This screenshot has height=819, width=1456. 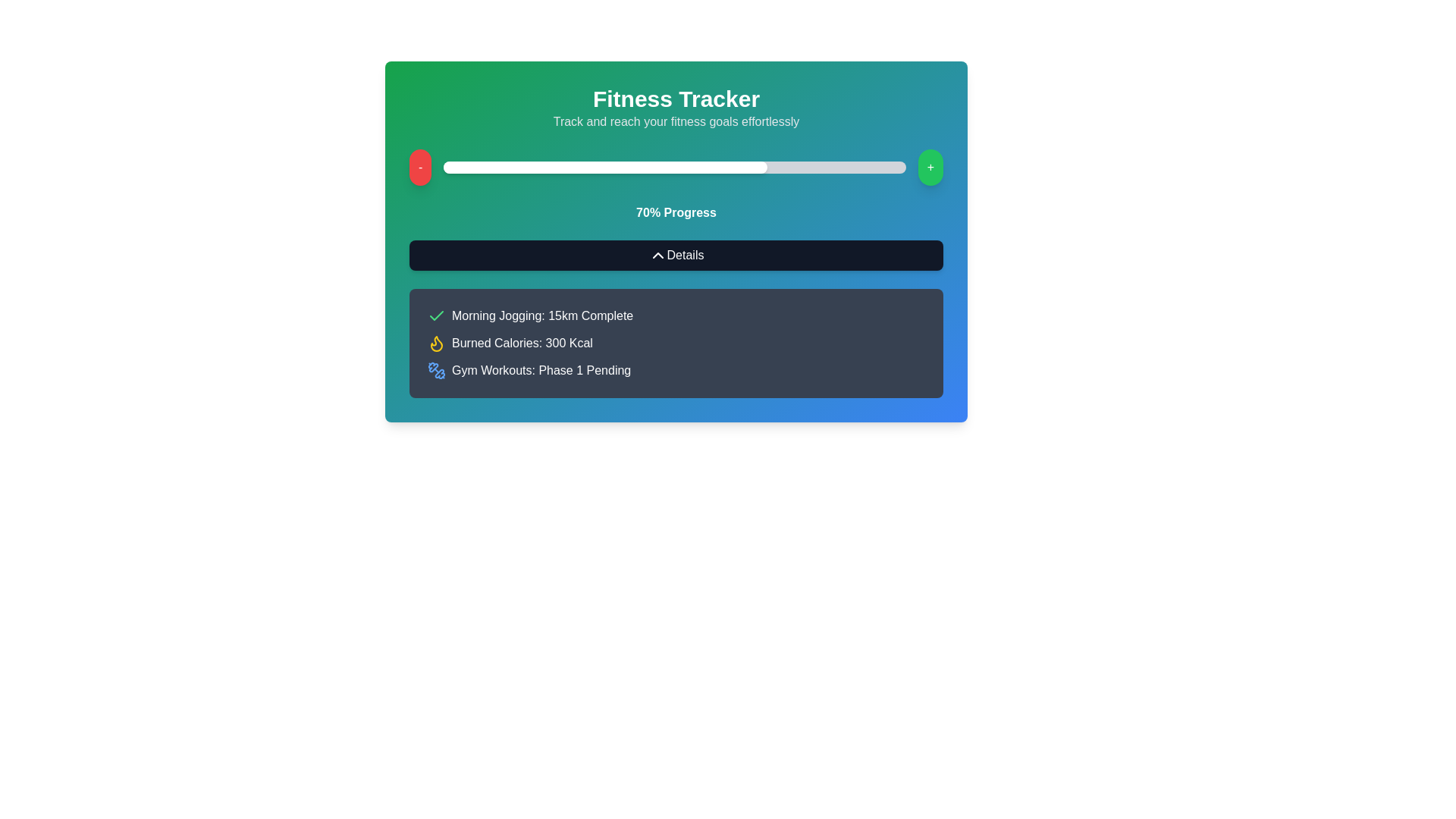 What do you see at coordinates (817, 167) in the screenshot?
I see `progress` at bounding box center [817, 167].